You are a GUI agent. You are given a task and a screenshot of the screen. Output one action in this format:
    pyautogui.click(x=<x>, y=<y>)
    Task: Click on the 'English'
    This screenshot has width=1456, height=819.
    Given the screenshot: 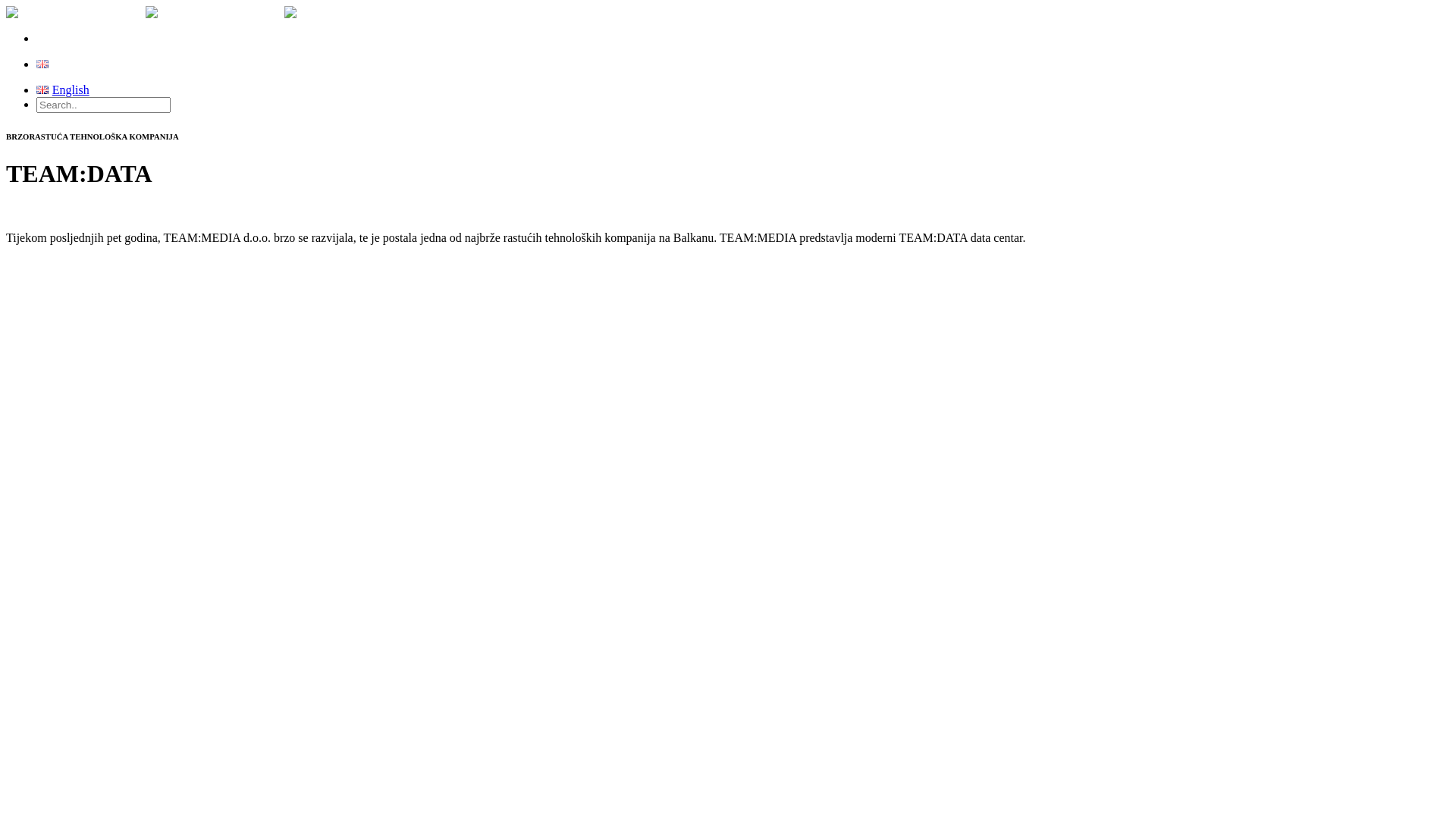 What is the action you would take?
    pyautogui.click(x=61, y=89)
    